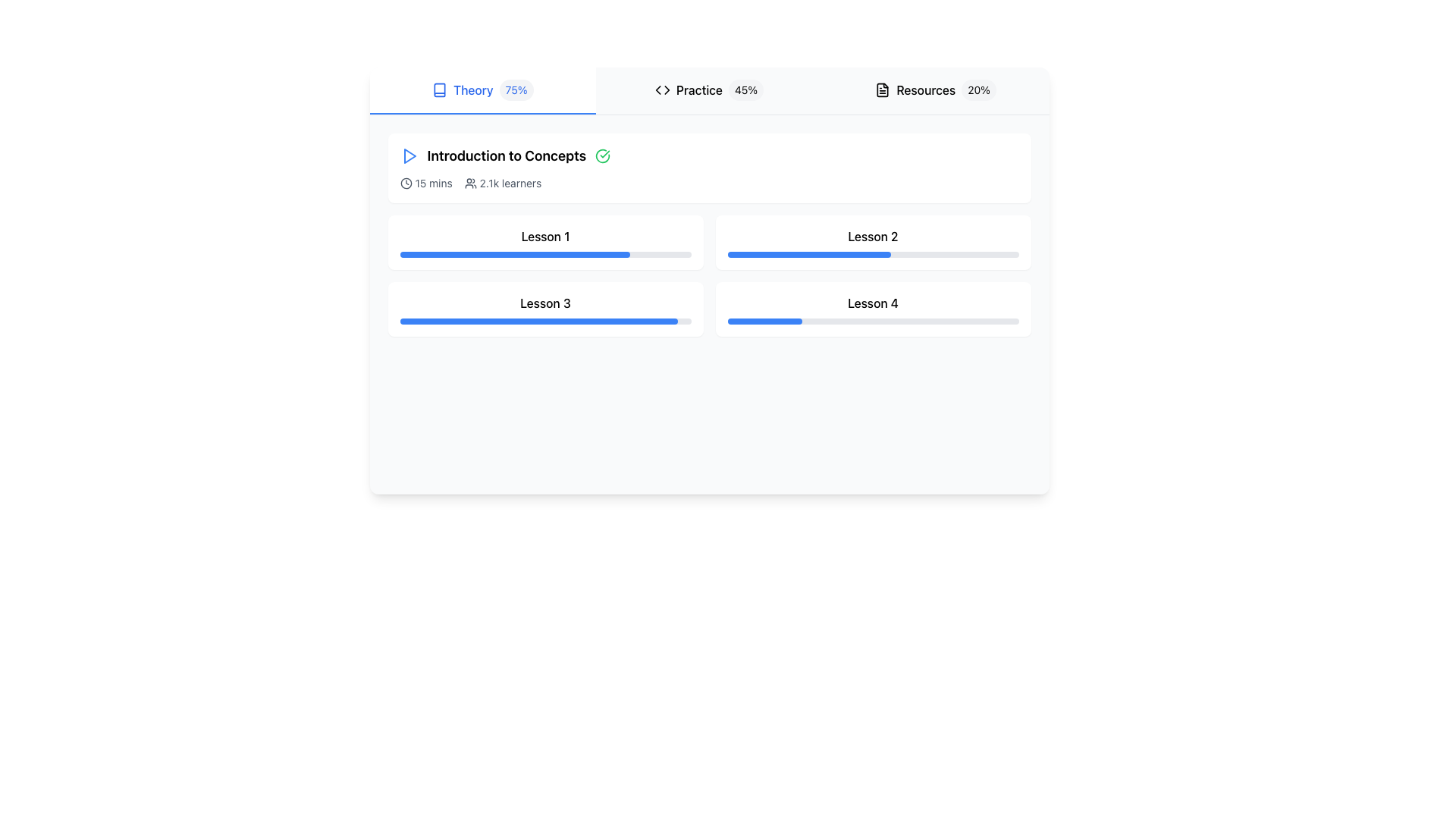 The width and height of the screenshot is (1456, 819). Describe the element at coordinates (873, 242) in the screenshot. I see `lesson label of the Card with a progress bar located in the upper-right quadrant of the grid layout, specifically the second item labeled 'Lesson 2'` at that location.